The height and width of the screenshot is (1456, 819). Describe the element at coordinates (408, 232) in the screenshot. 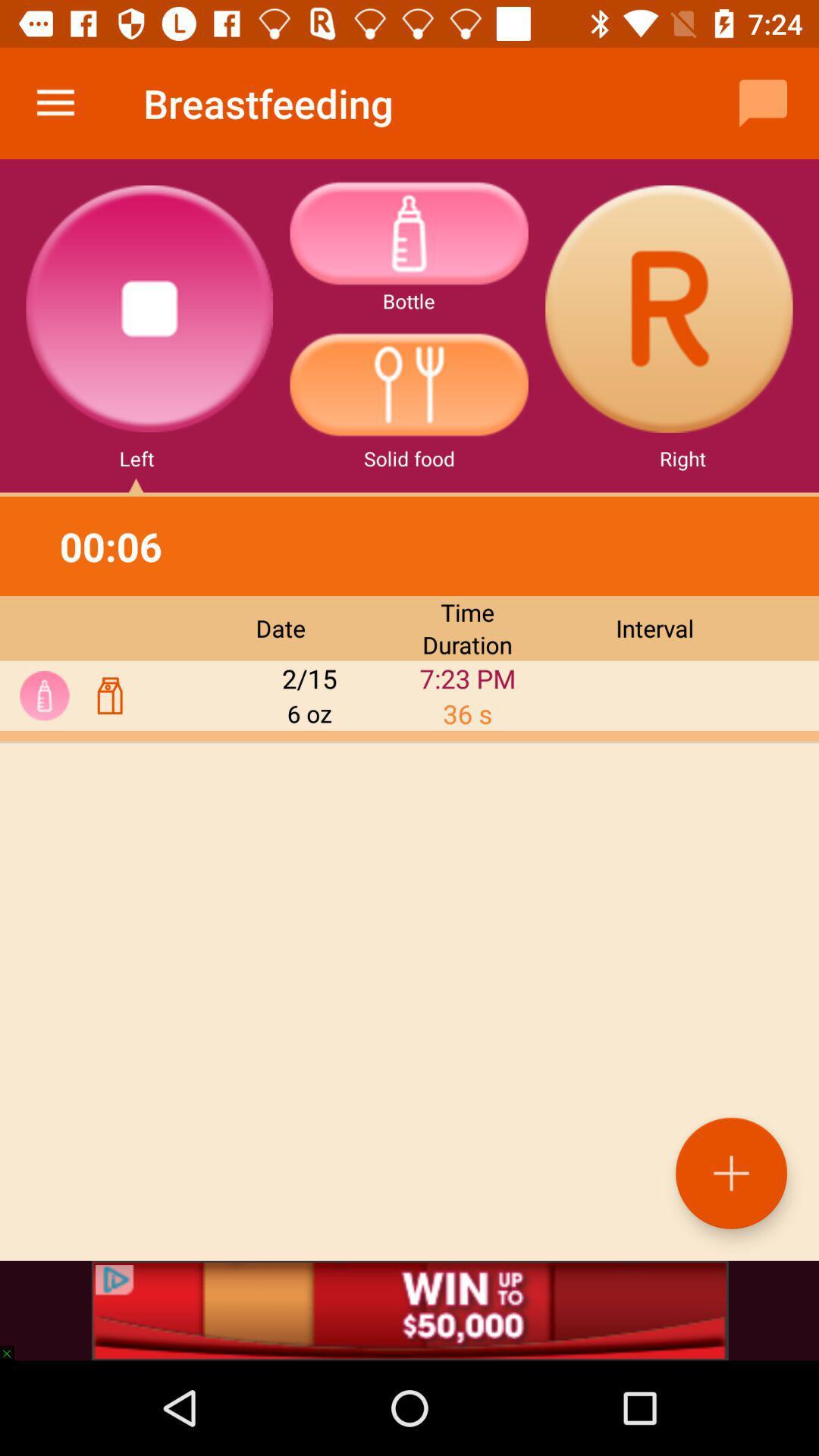

I see `the more icon` at that location.